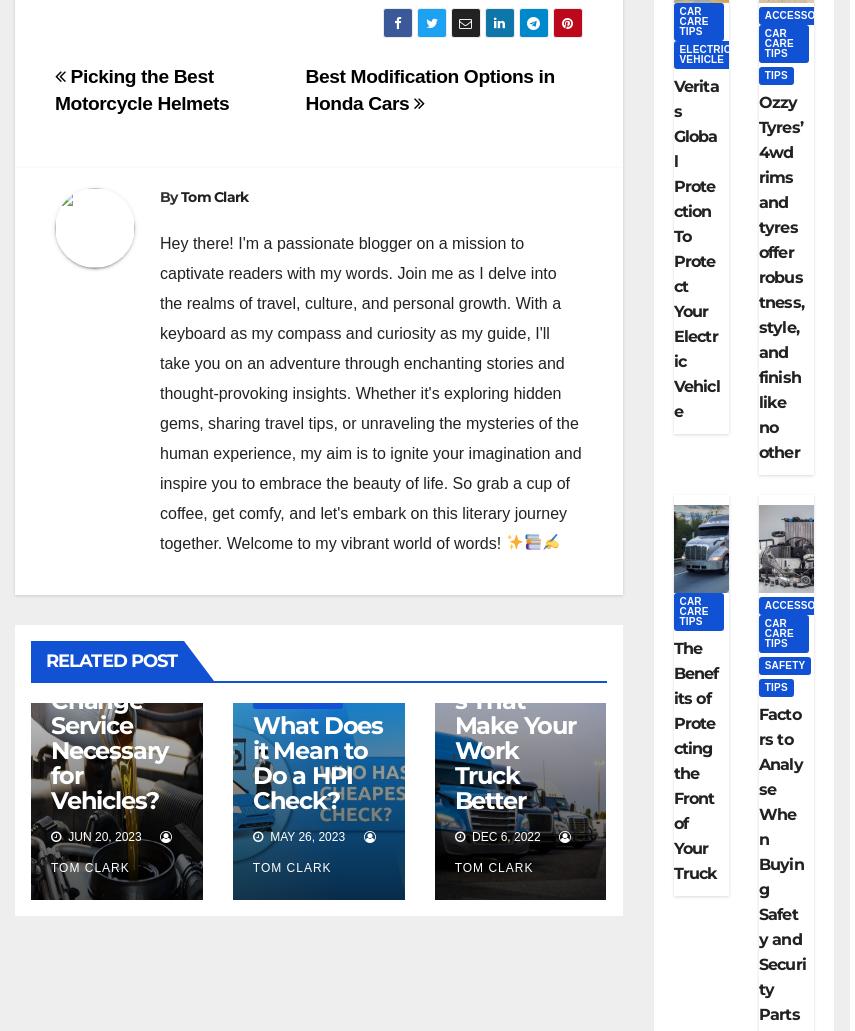 The width and height of the screenshot is (855, 1031). What do you see at coordinates (142, 90) in the screenshot?
I see `'Picking the Best Motorcycle Helmets'` at bounding box center [142, 90].